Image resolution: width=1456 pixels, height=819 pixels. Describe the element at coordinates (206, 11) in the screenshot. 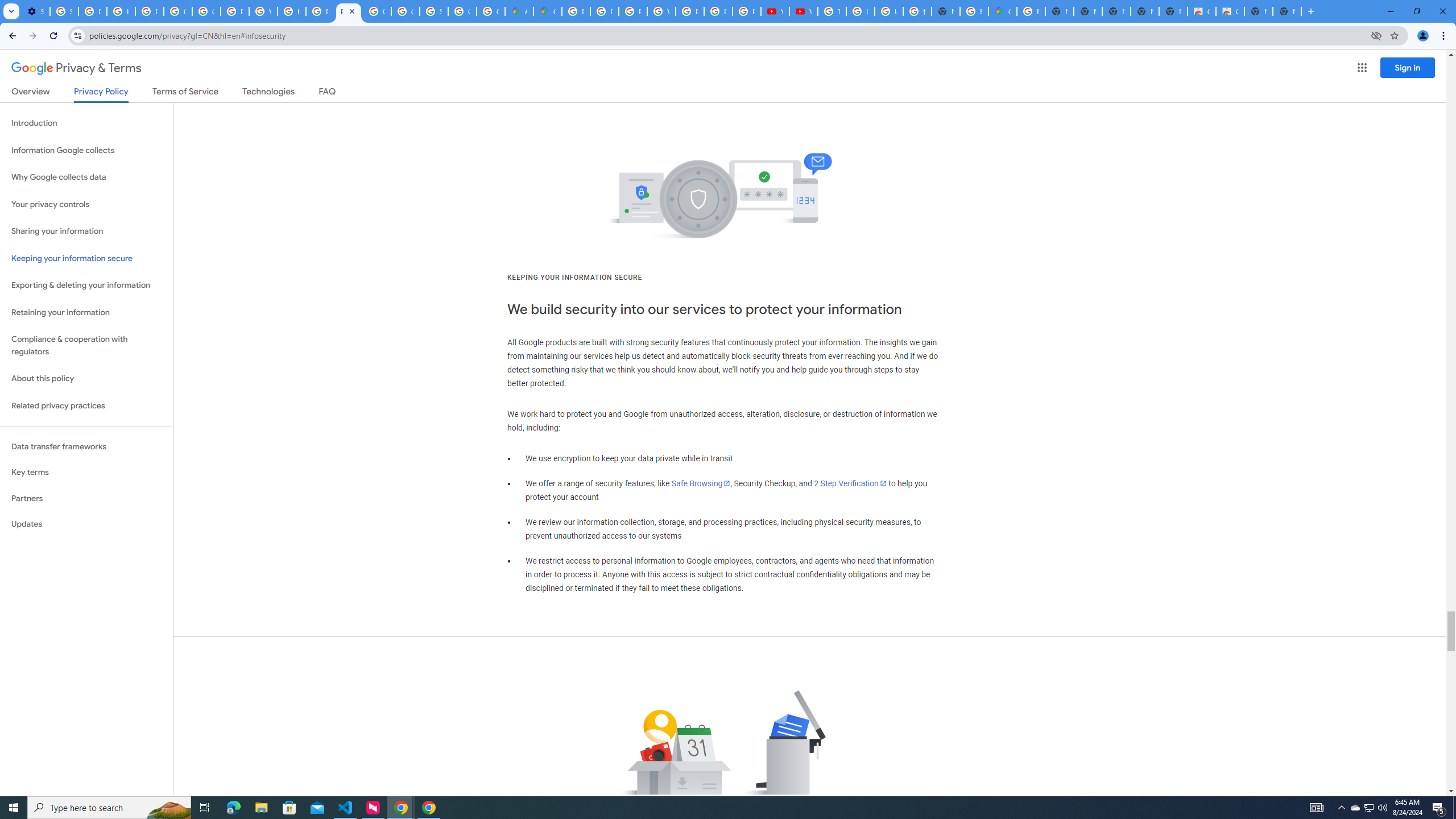

I see `'Google Account Help'` at that location.